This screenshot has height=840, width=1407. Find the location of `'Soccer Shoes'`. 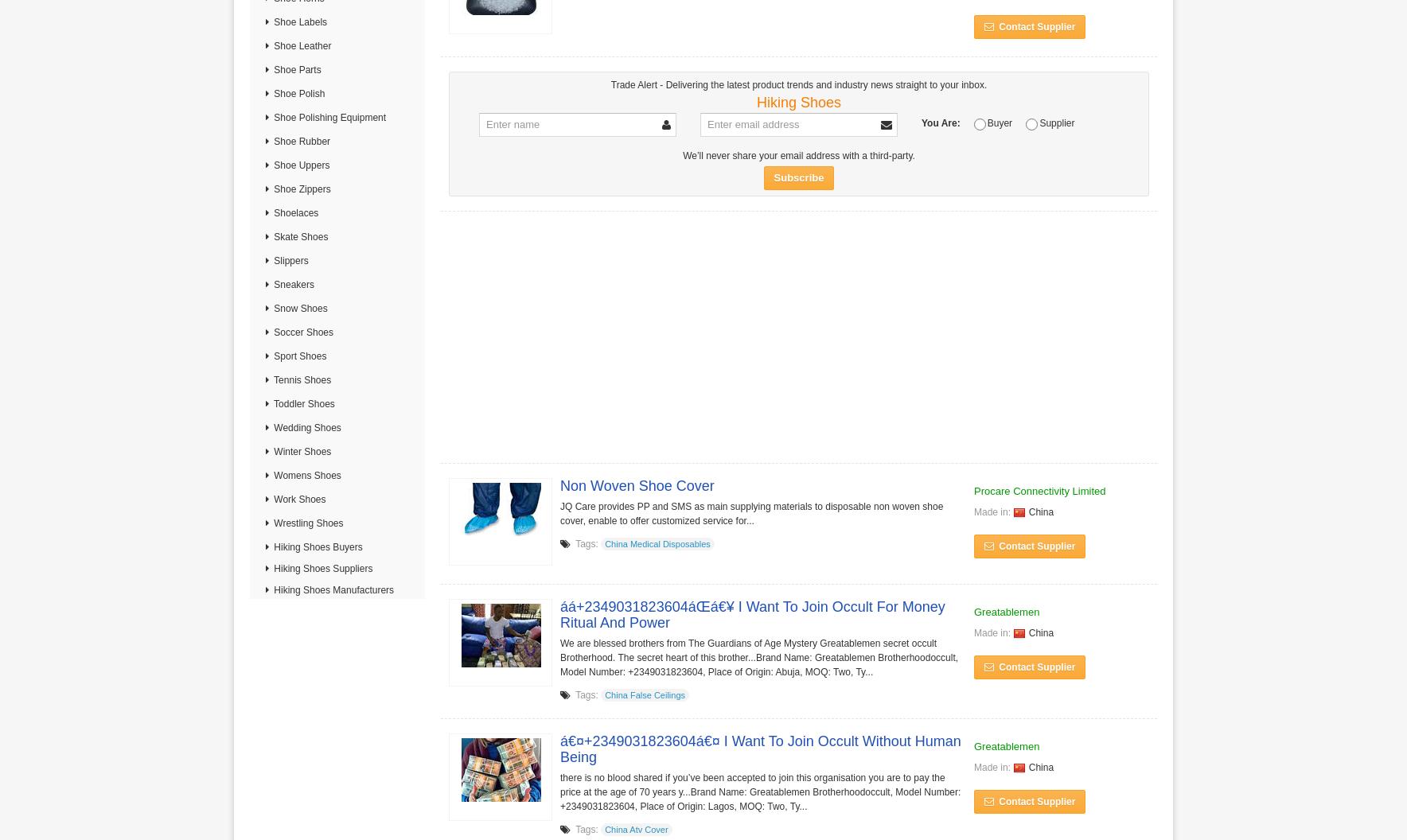

'Soccer Shoes' is located at coordinates (302, 332).